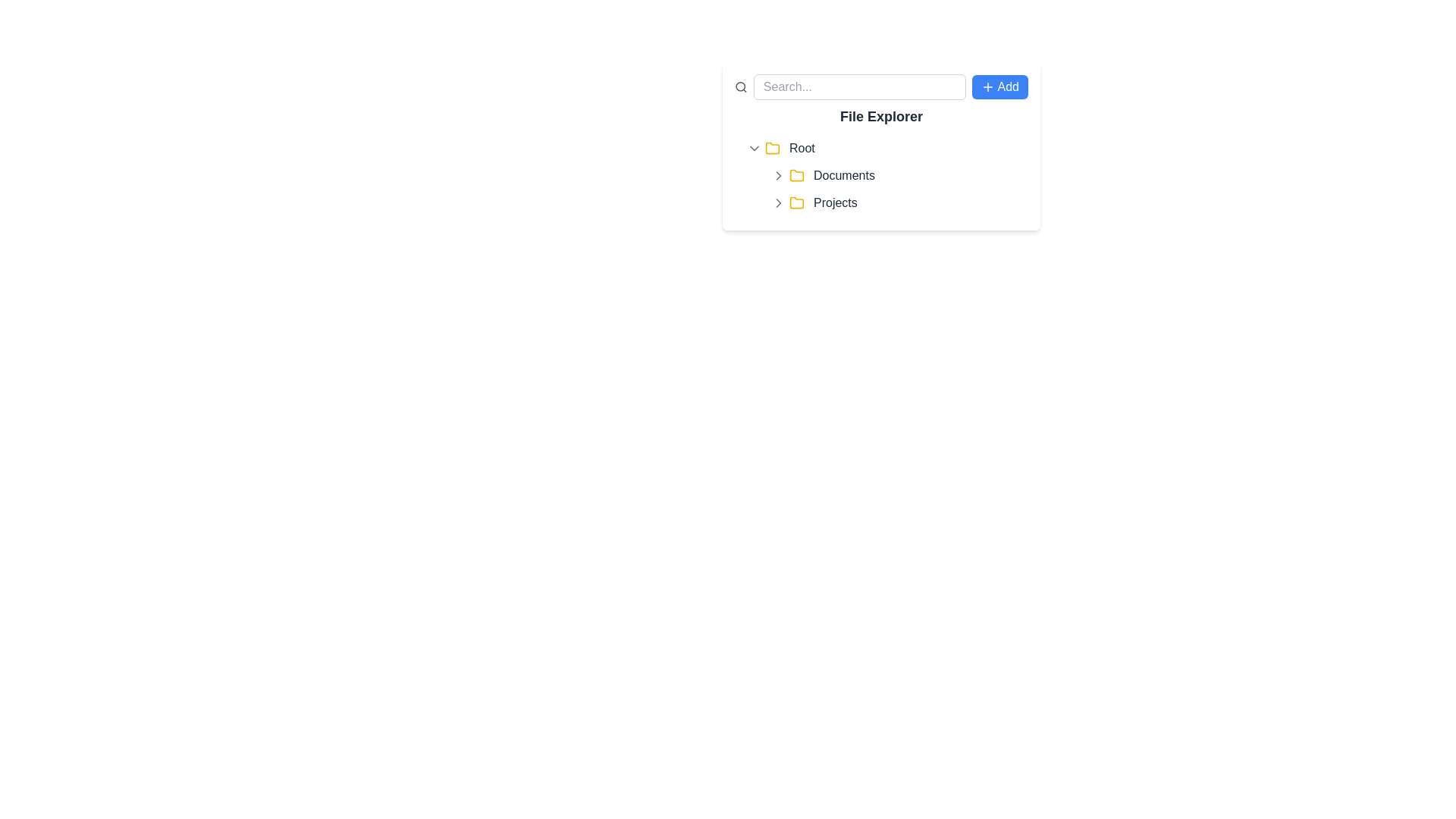 The width and height of the screenshot is (1456, 819). Describe the element at coordinates (796, 201) in the screenshot. I see `the yellow folder icon representing the 'Projects' folder node` at that location.